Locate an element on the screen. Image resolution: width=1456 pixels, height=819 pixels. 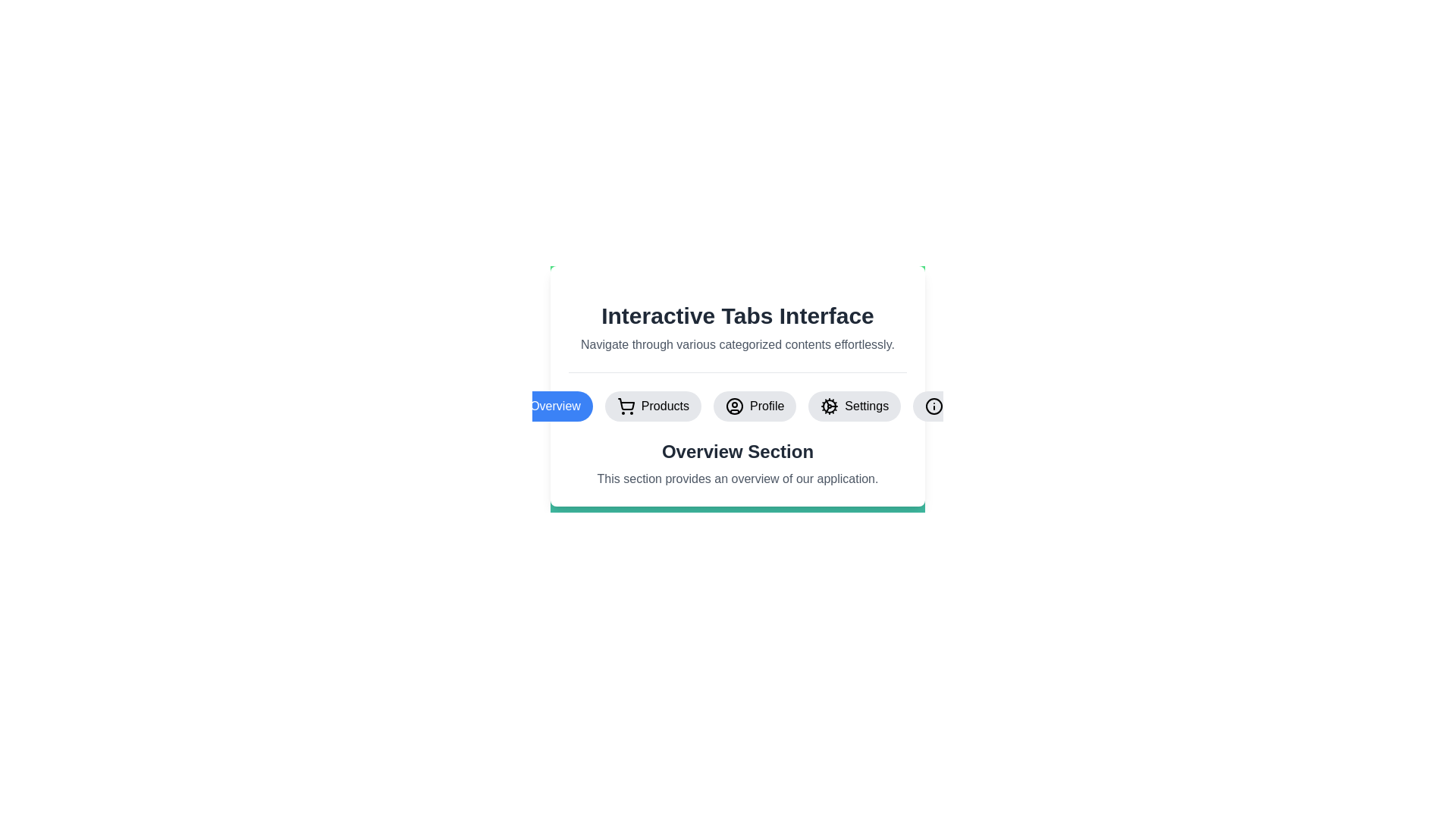
the Text header located at the upper-center of the interface, which serves as the title for the application’s primary feature is located at coordinates (738, 315).